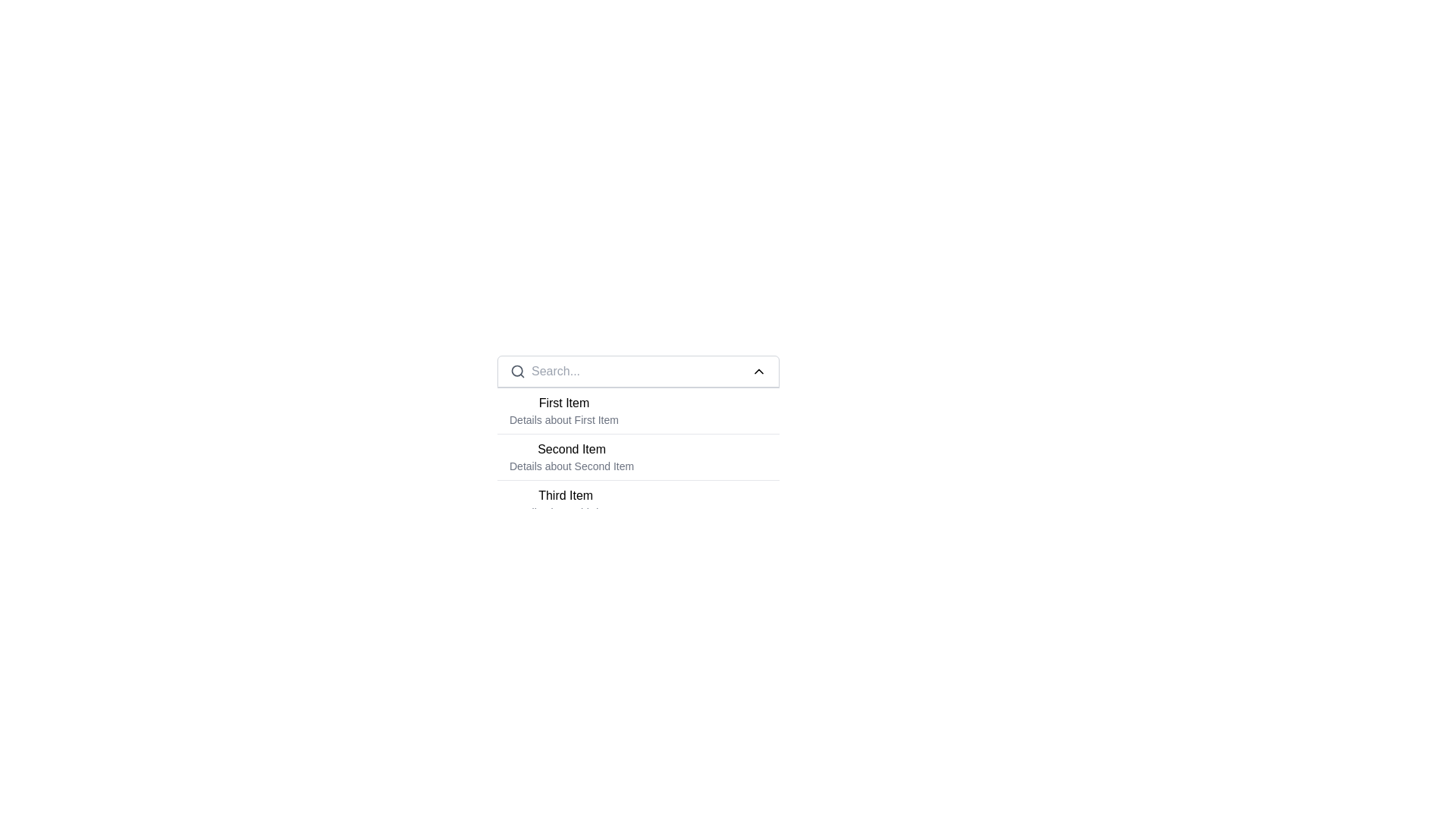 This screenshot has width=1456, height=819. What do you see at coordinates (638, 447) in the screenshot?
I see `the second item in the dropdown list` at bounding box center [638, 447].